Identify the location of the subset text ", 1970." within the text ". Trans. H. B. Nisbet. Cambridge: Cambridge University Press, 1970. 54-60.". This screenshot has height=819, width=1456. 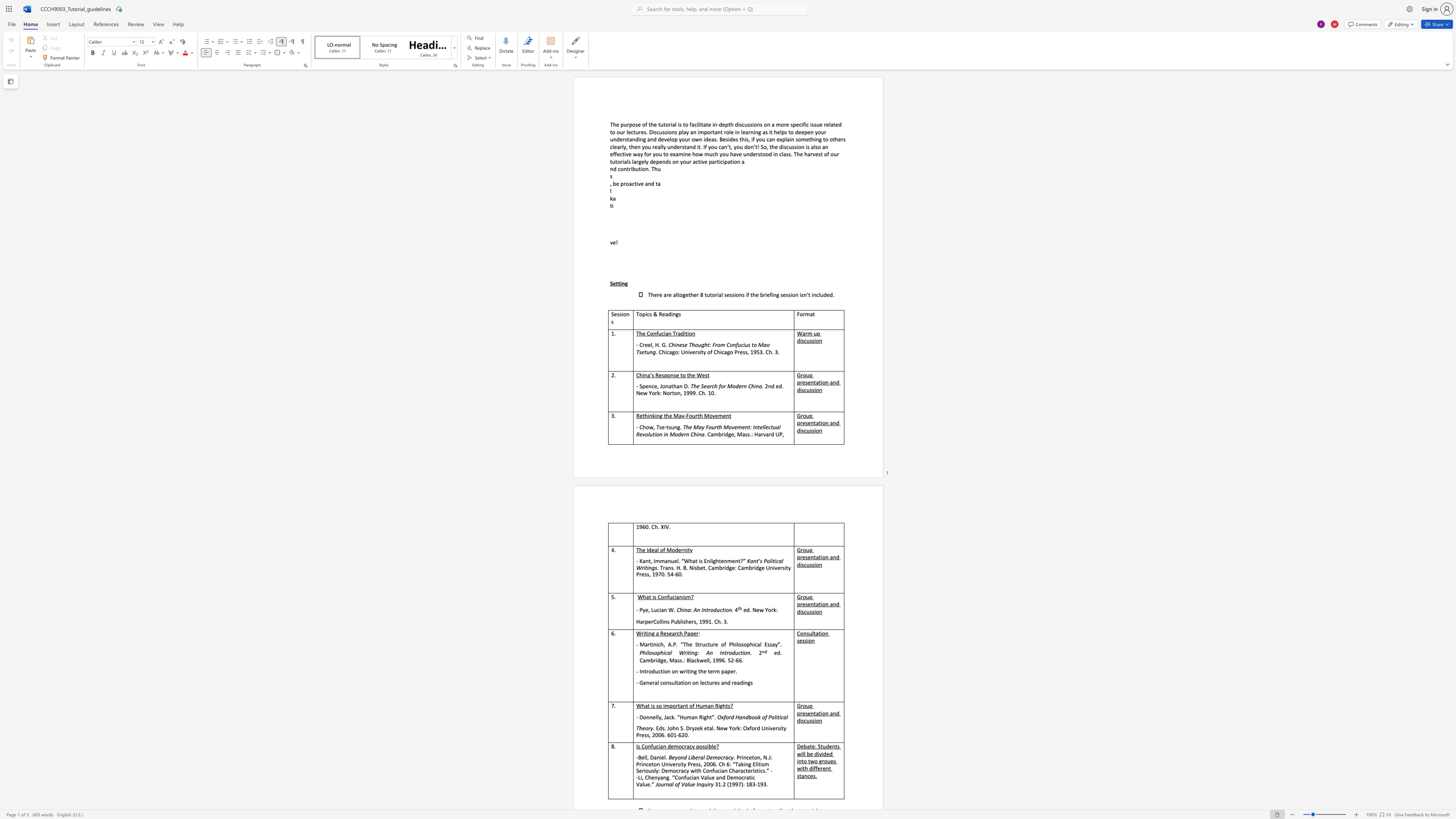
(649, 573).